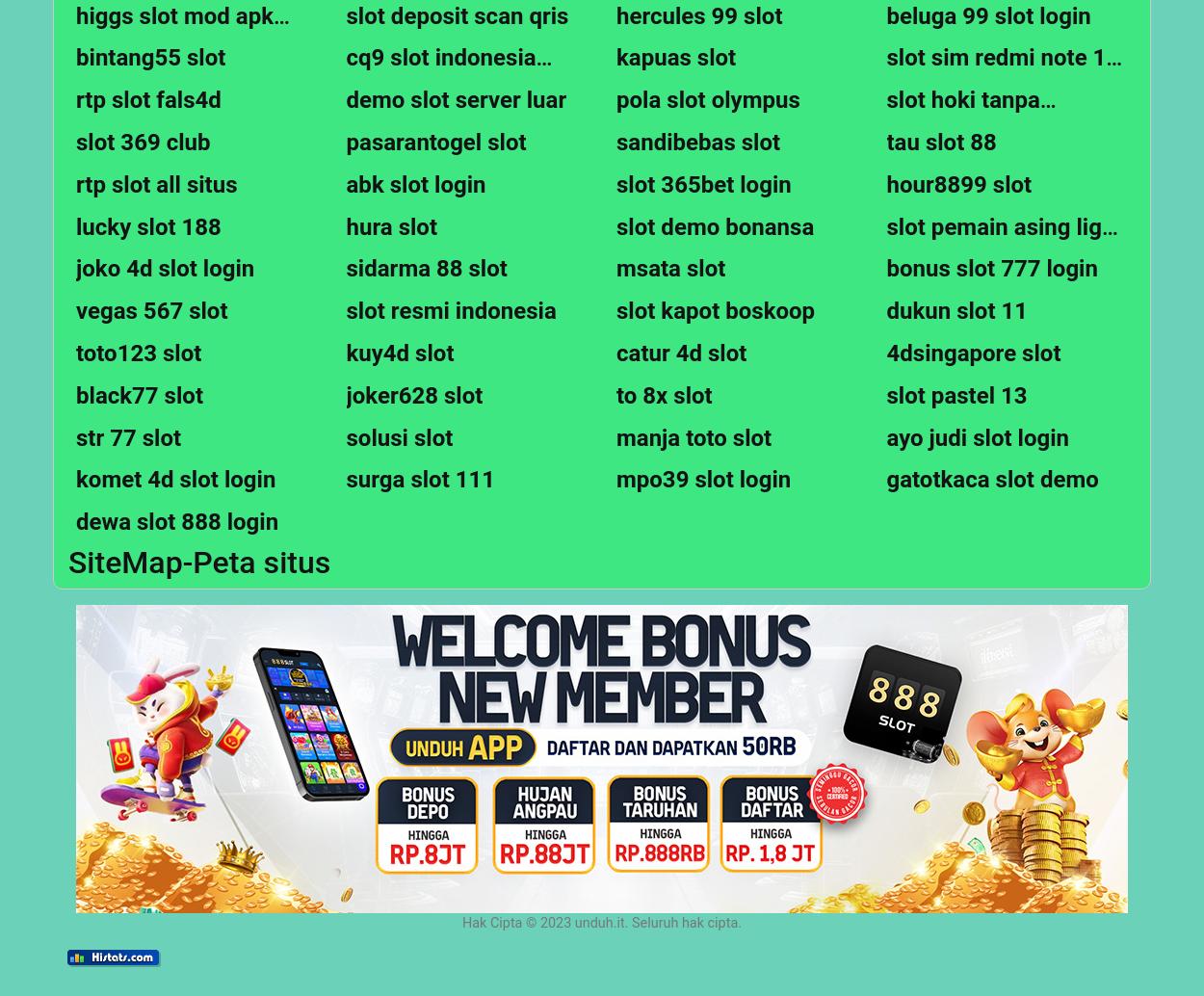  What do you see at coordinates (955, 310) in the screenshot?
I see `'dukun slot 11'` at bounding box center [955, 310].